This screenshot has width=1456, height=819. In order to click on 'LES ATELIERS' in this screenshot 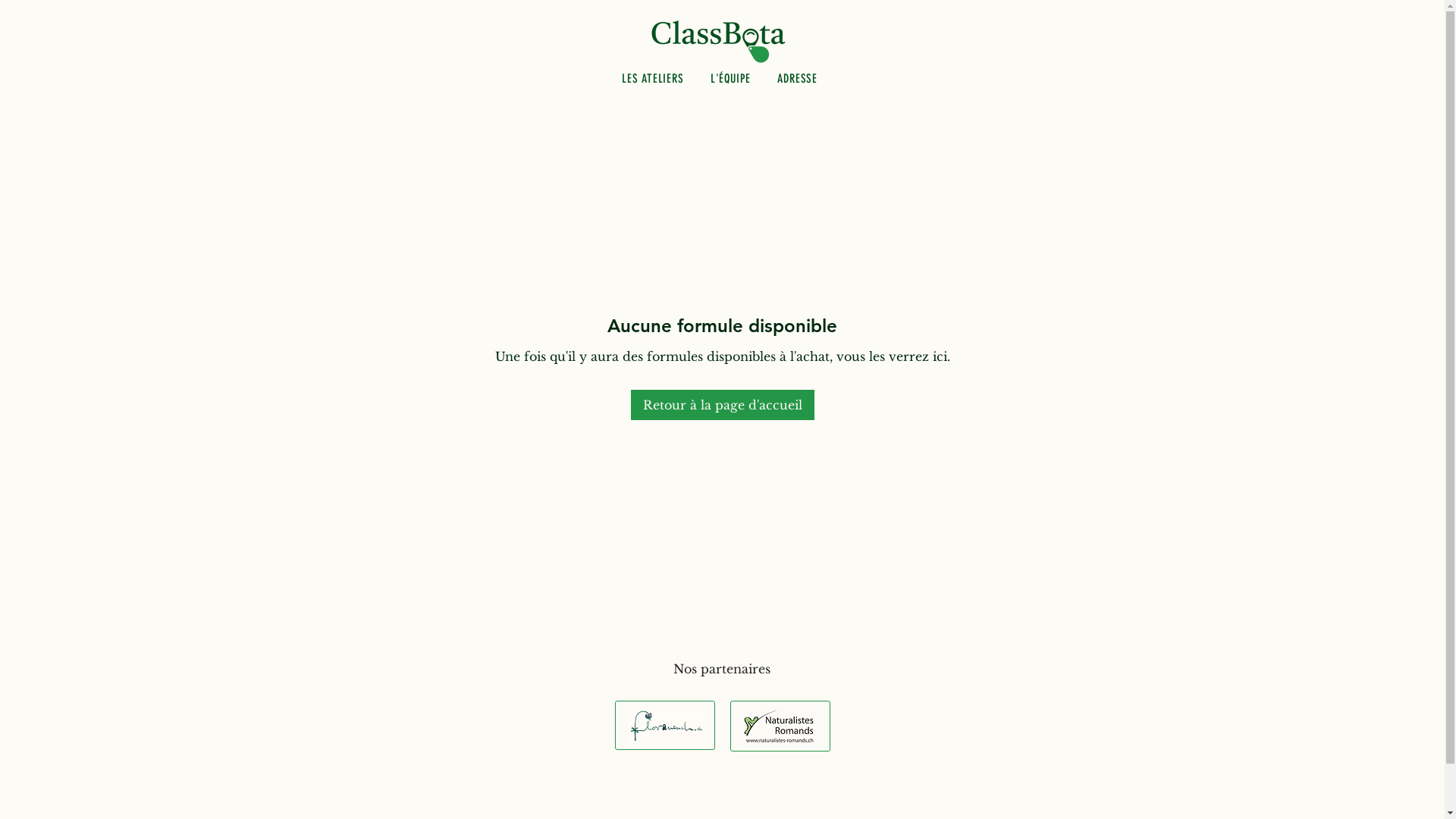, I will do `click(652, 78)`.